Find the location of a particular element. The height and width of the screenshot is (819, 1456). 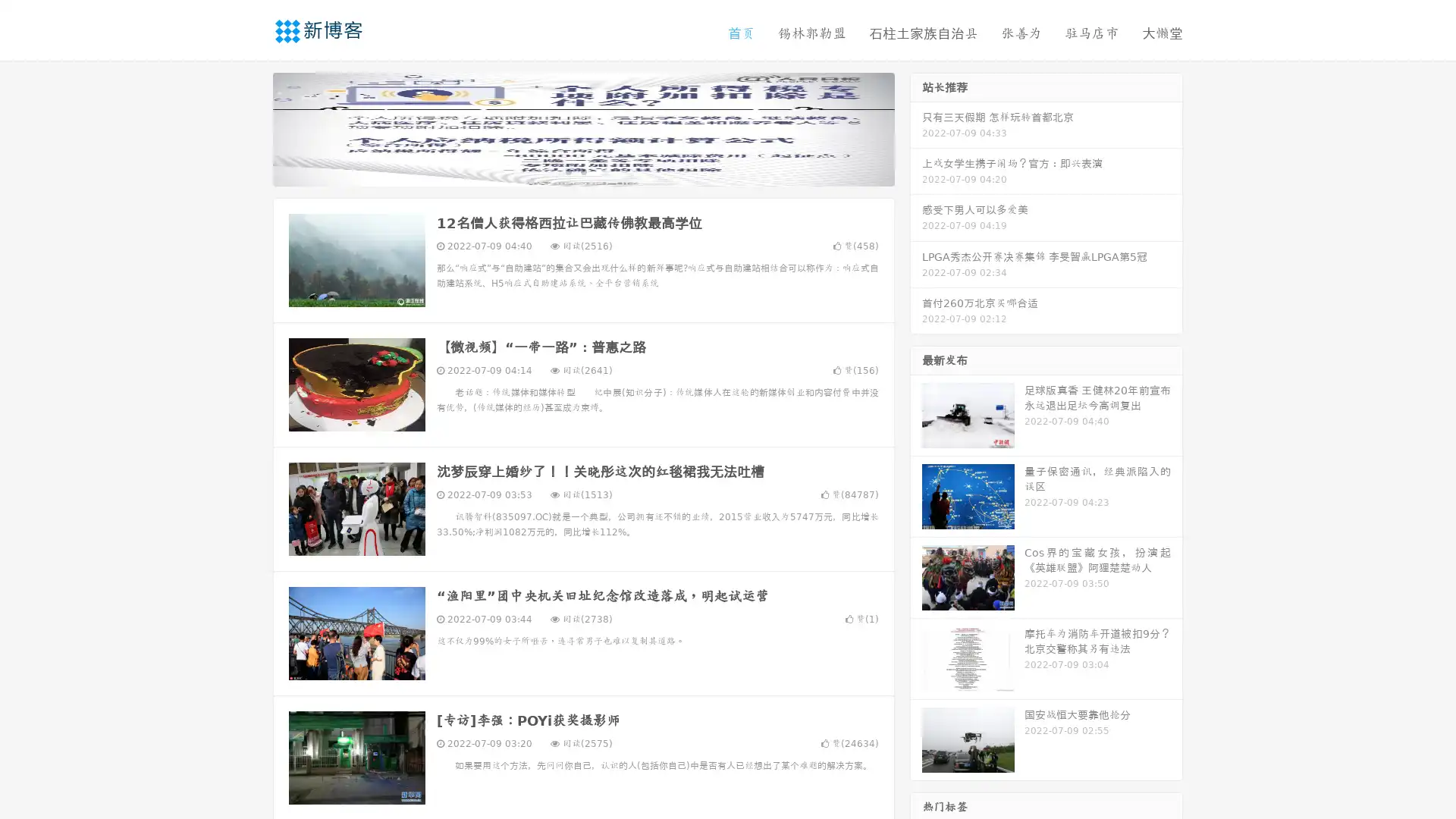

Next slide is located at coordinates (916, 127).